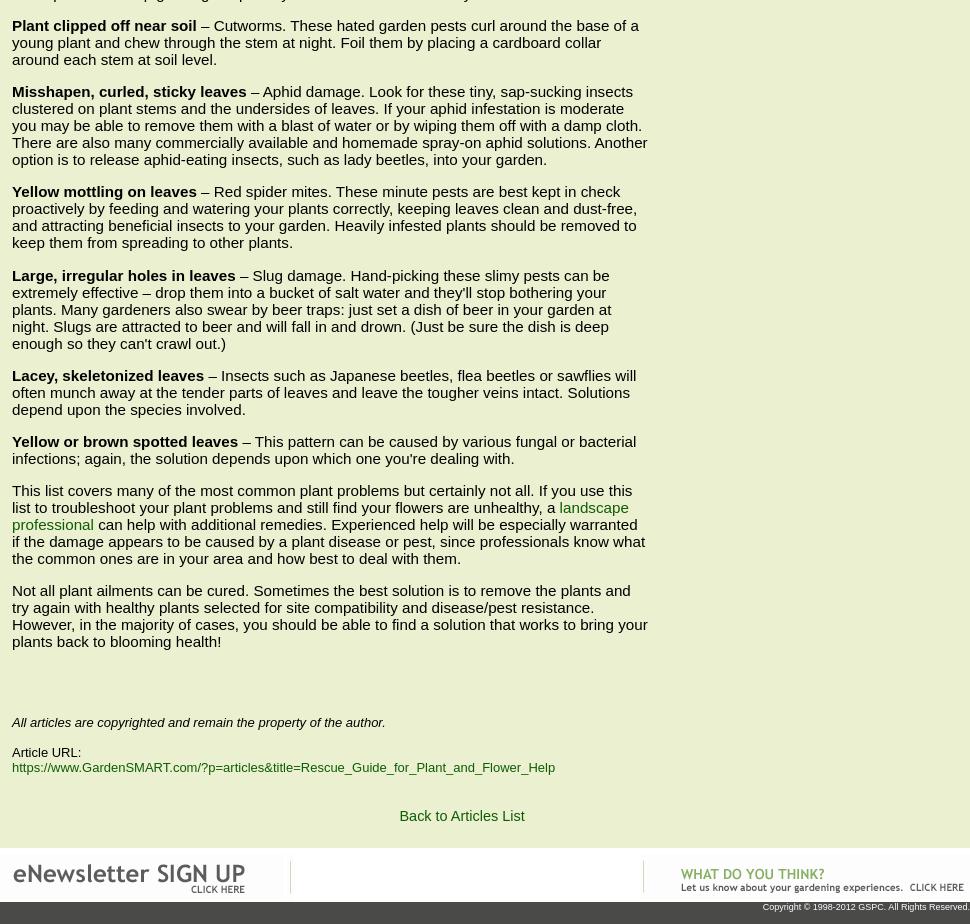  I want to click on 'Copyright © 1998-2012 GSPC. All Rights Reserved.', so click(864, 905).